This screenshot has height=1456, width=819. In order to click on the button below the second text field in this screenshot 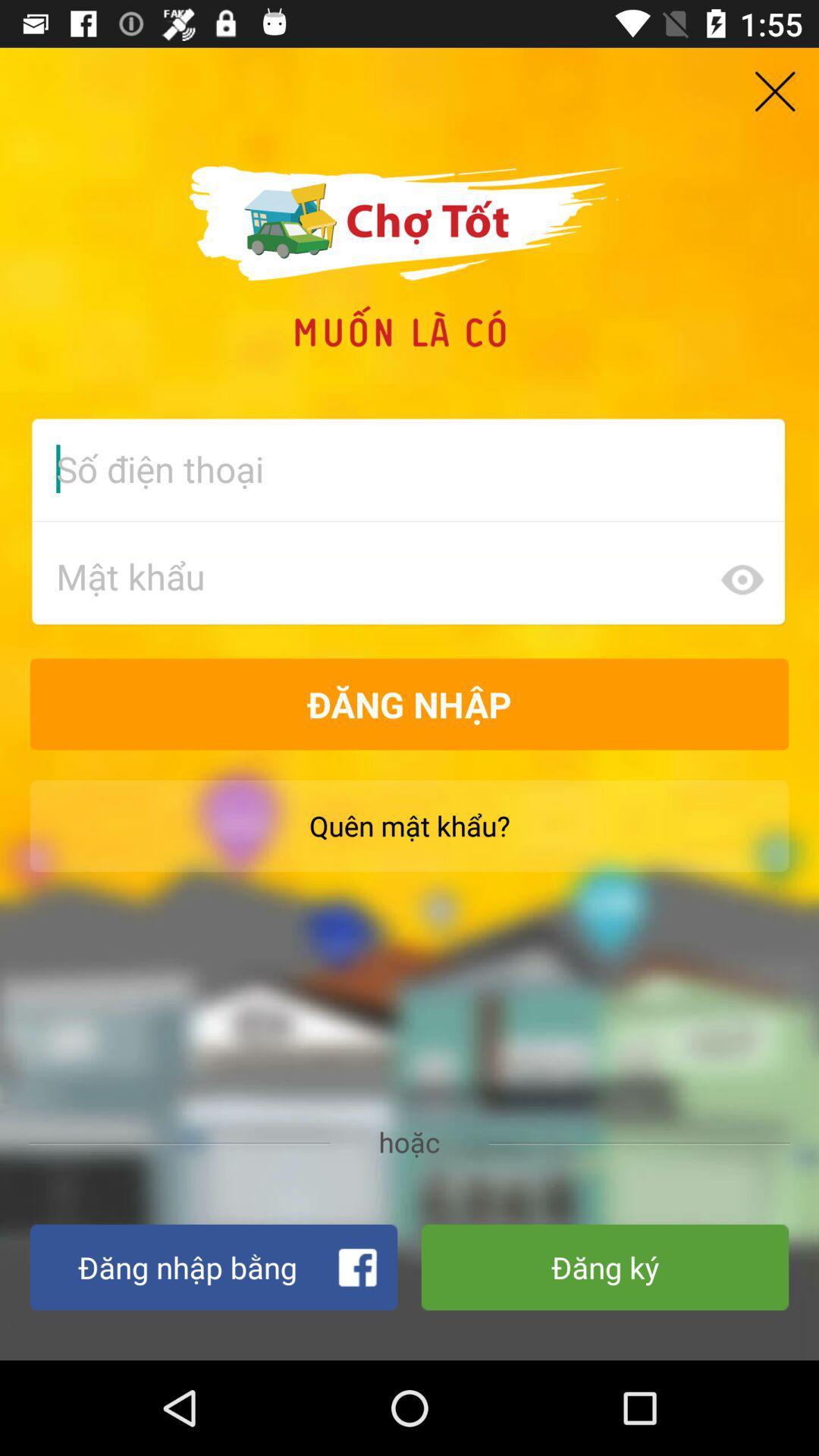, I will do `click(409, 704)`.